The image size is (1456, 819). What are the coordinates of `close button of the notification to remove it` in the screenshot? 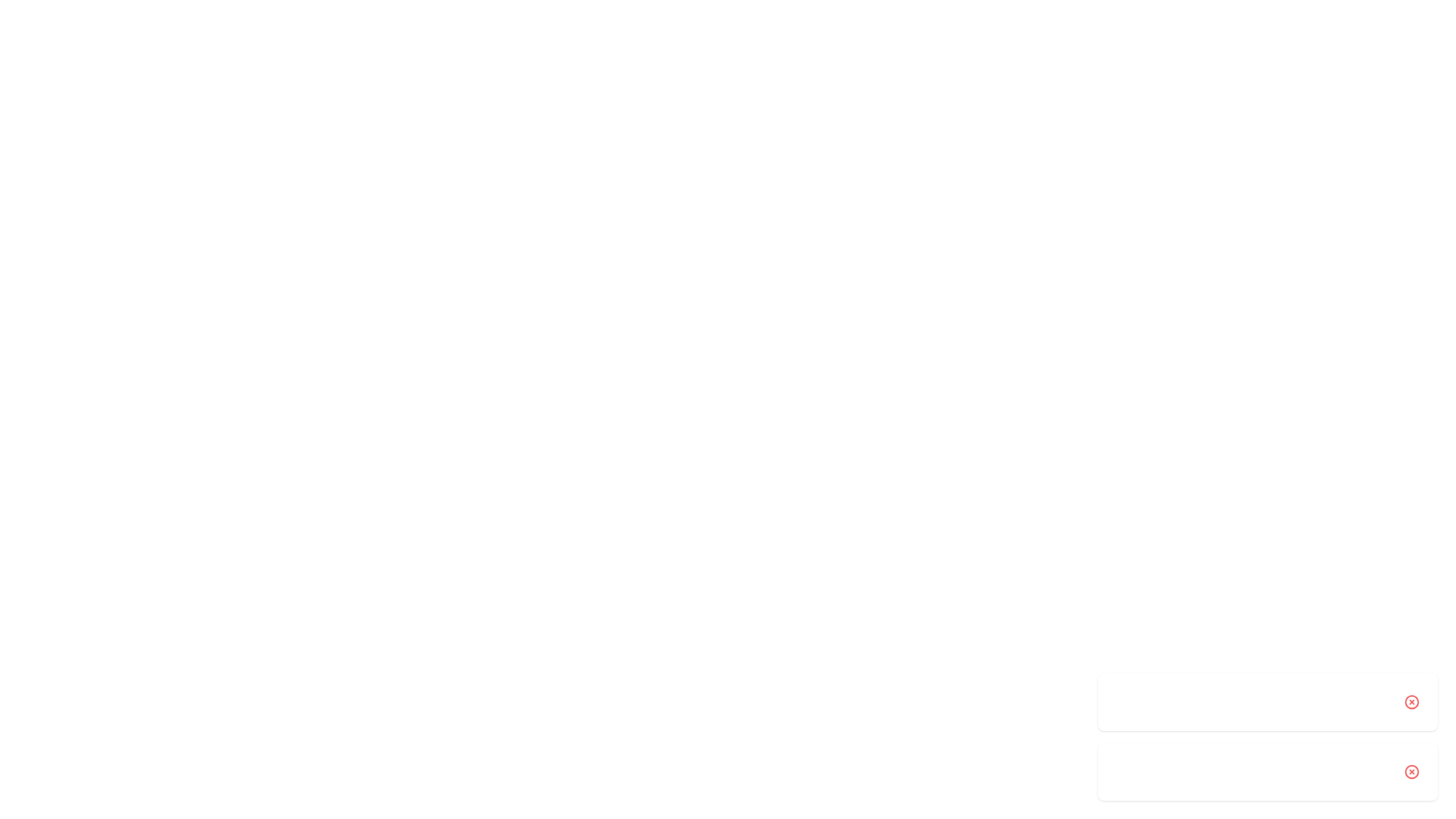 It's located at (1411, 701).